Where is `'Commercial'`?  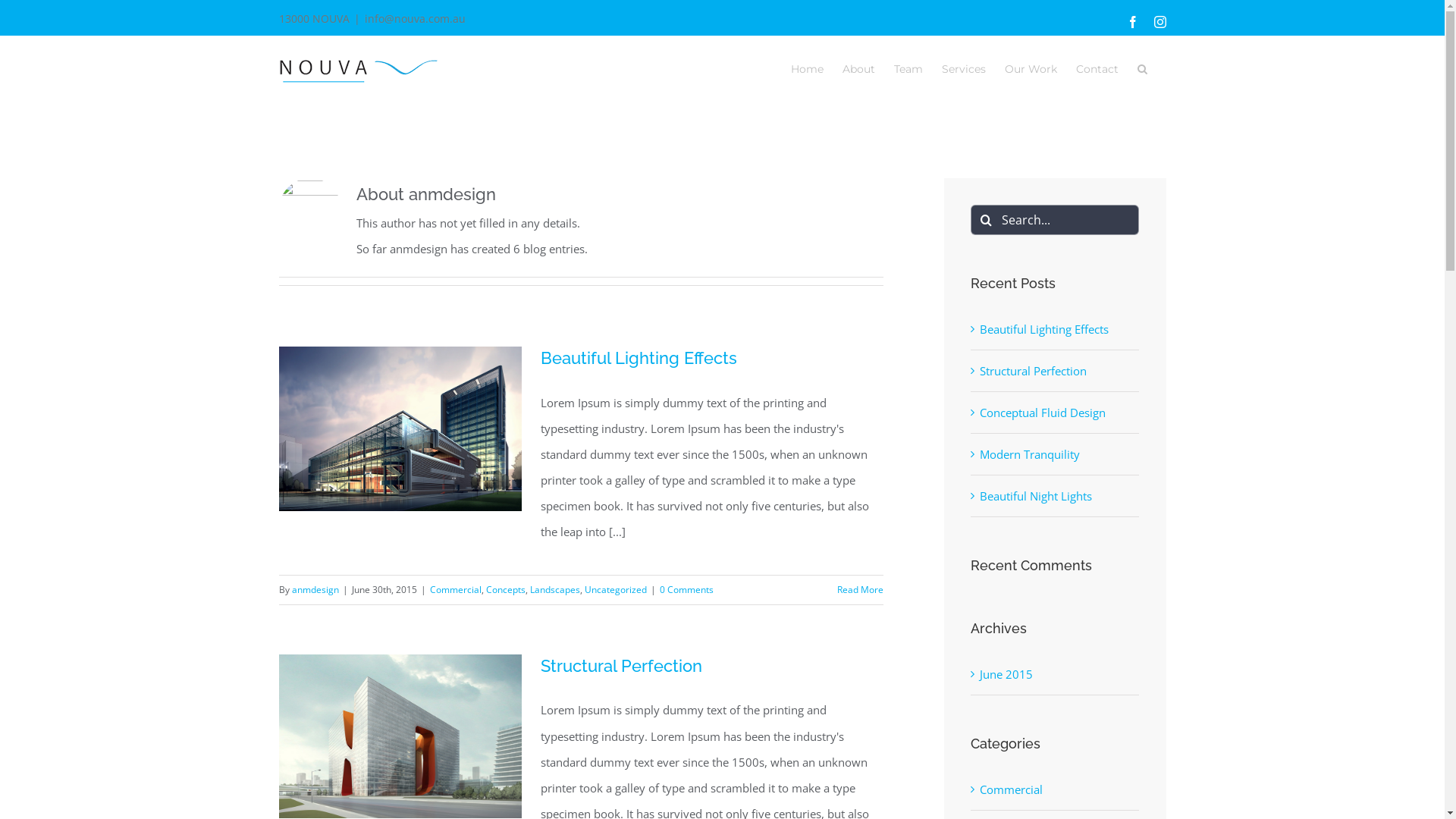 'Commercial' is located at coordinates (1055, 789).